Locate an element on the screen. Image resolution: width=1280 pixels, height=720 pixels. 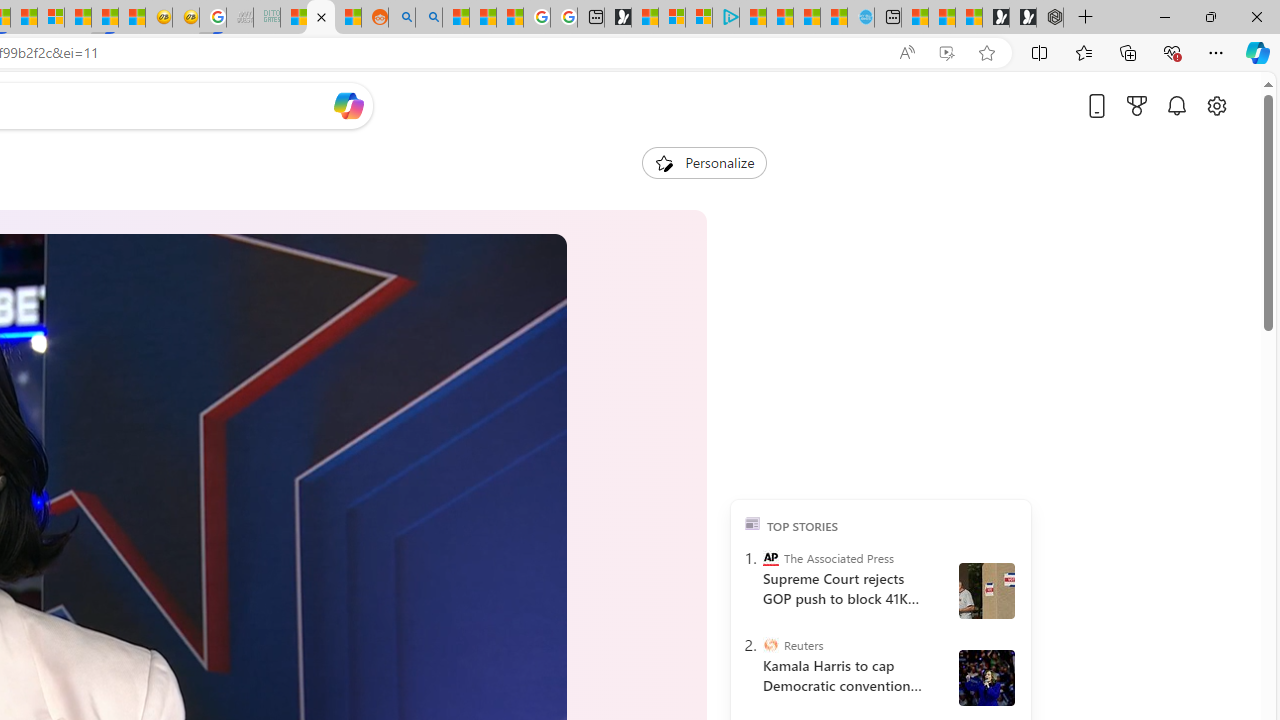
'Home | Sky Blue Bikes - Sky Blue Bikes' is located at coordinates (860, 17).